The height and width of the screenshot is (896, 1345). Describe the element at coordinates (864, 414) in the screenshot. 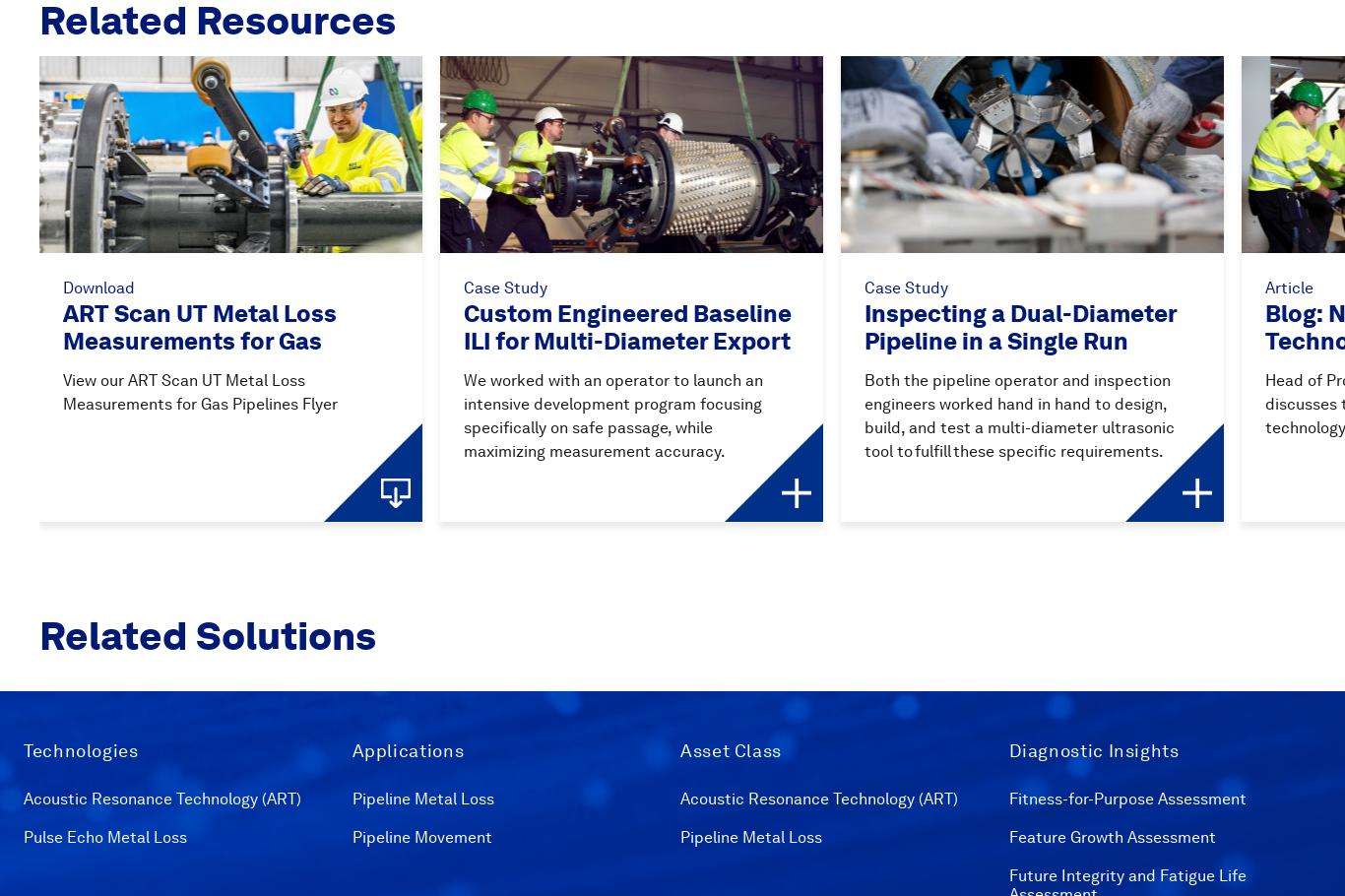

I see `'Both the pipeline operator and inspection engineers worked hand in hand to design, build, and test a multi-diameter ultrasonic tool to fulfill these specific requirements.'` at that location.